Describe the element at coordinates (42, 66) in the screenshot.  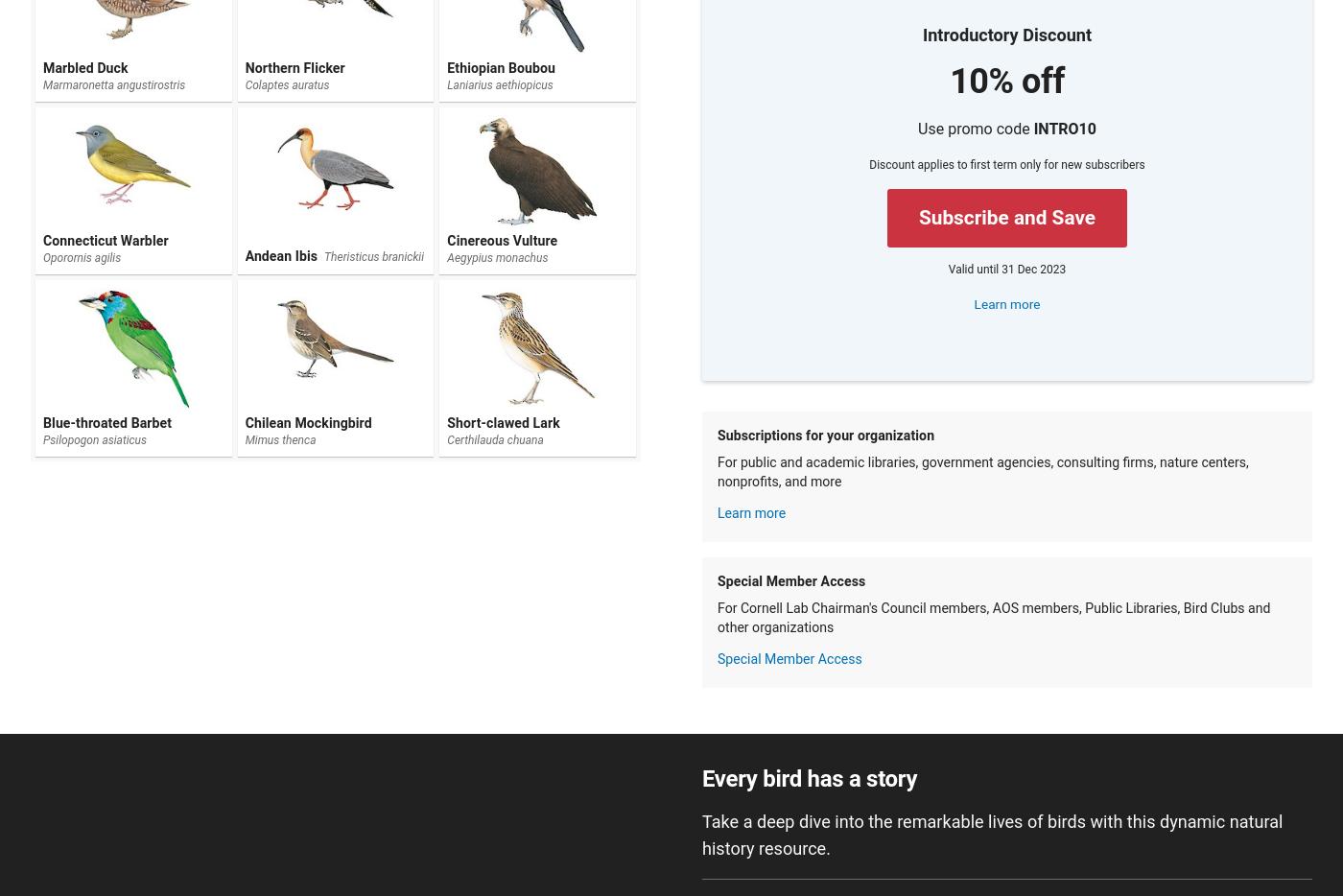
I see `'Marbled Duck'` at that location.